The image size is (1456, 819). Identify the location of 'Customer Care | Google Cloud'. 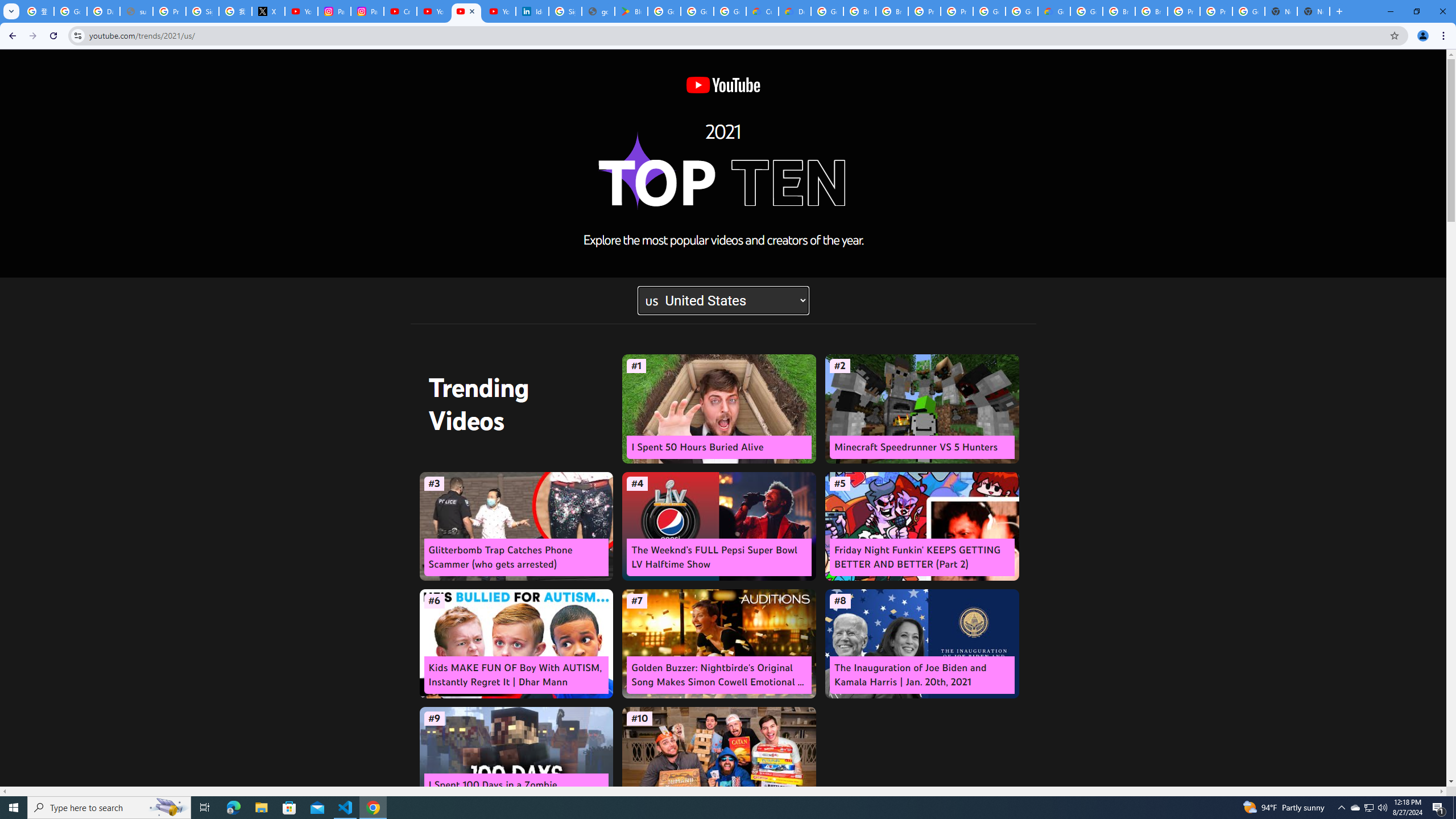
(762, 11).